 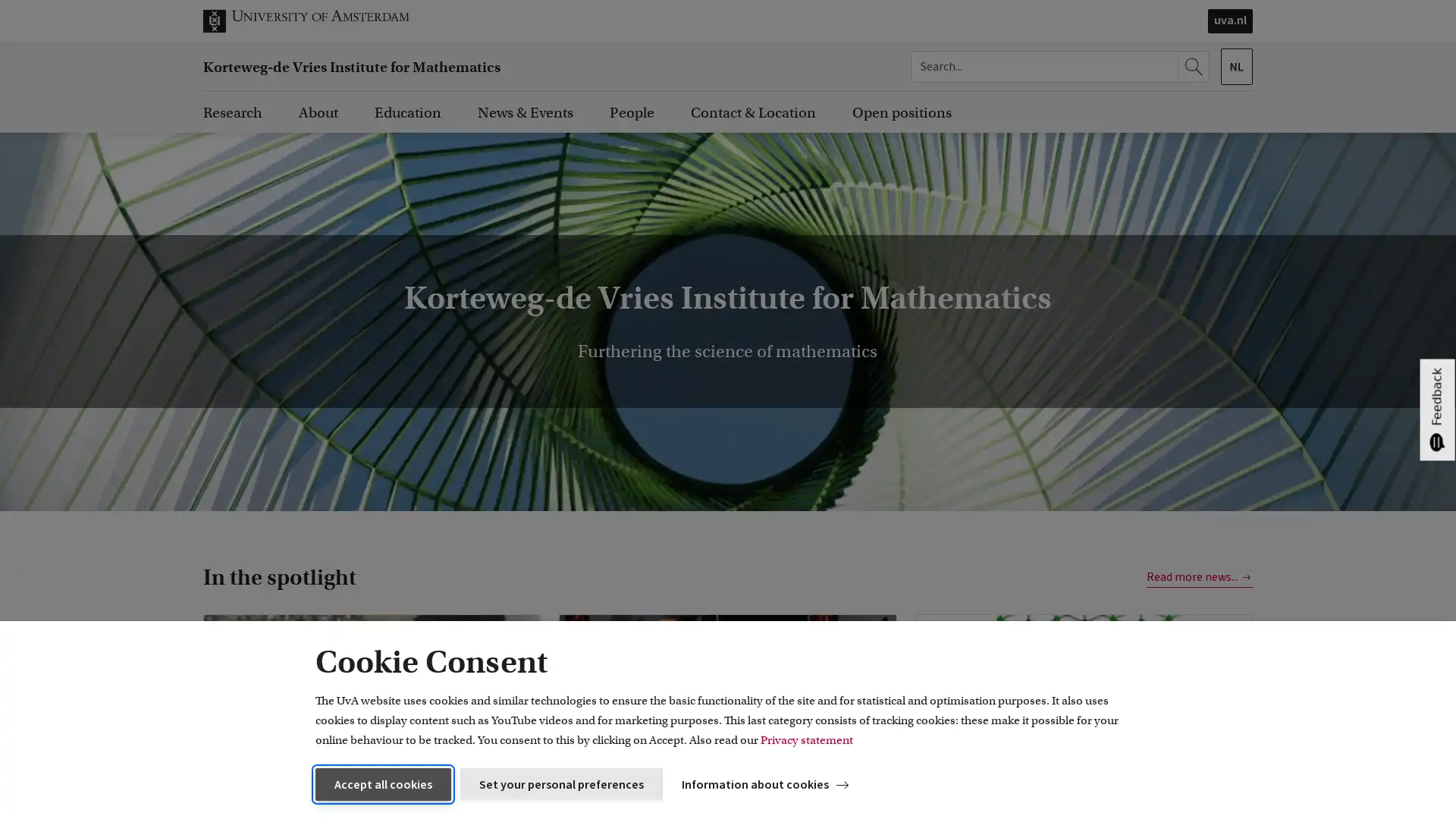 I want to click on Submit search, so click(x=1195, y=66).